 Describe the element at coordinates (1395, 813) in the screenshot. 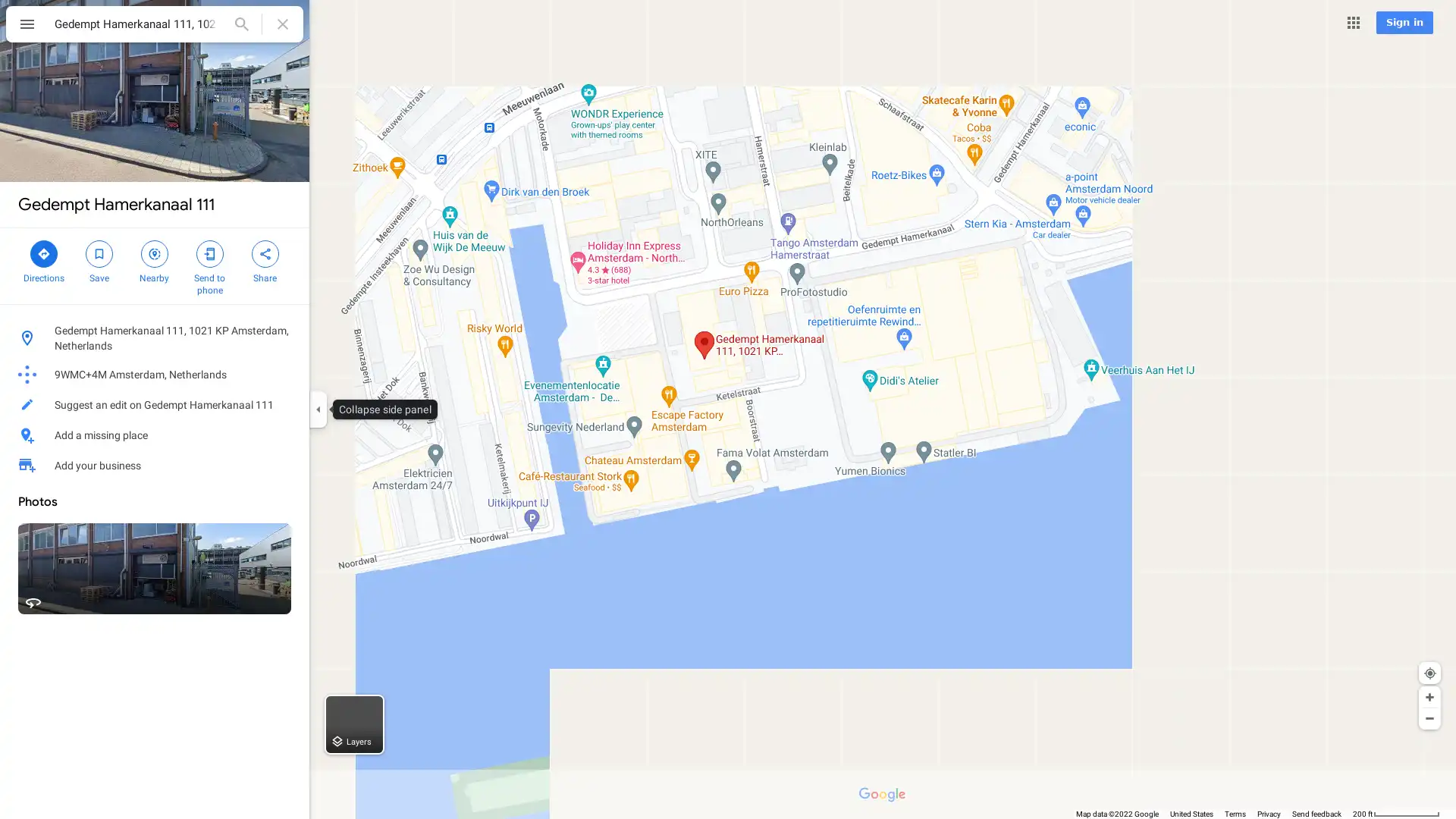

I see `200 ft` at that location.